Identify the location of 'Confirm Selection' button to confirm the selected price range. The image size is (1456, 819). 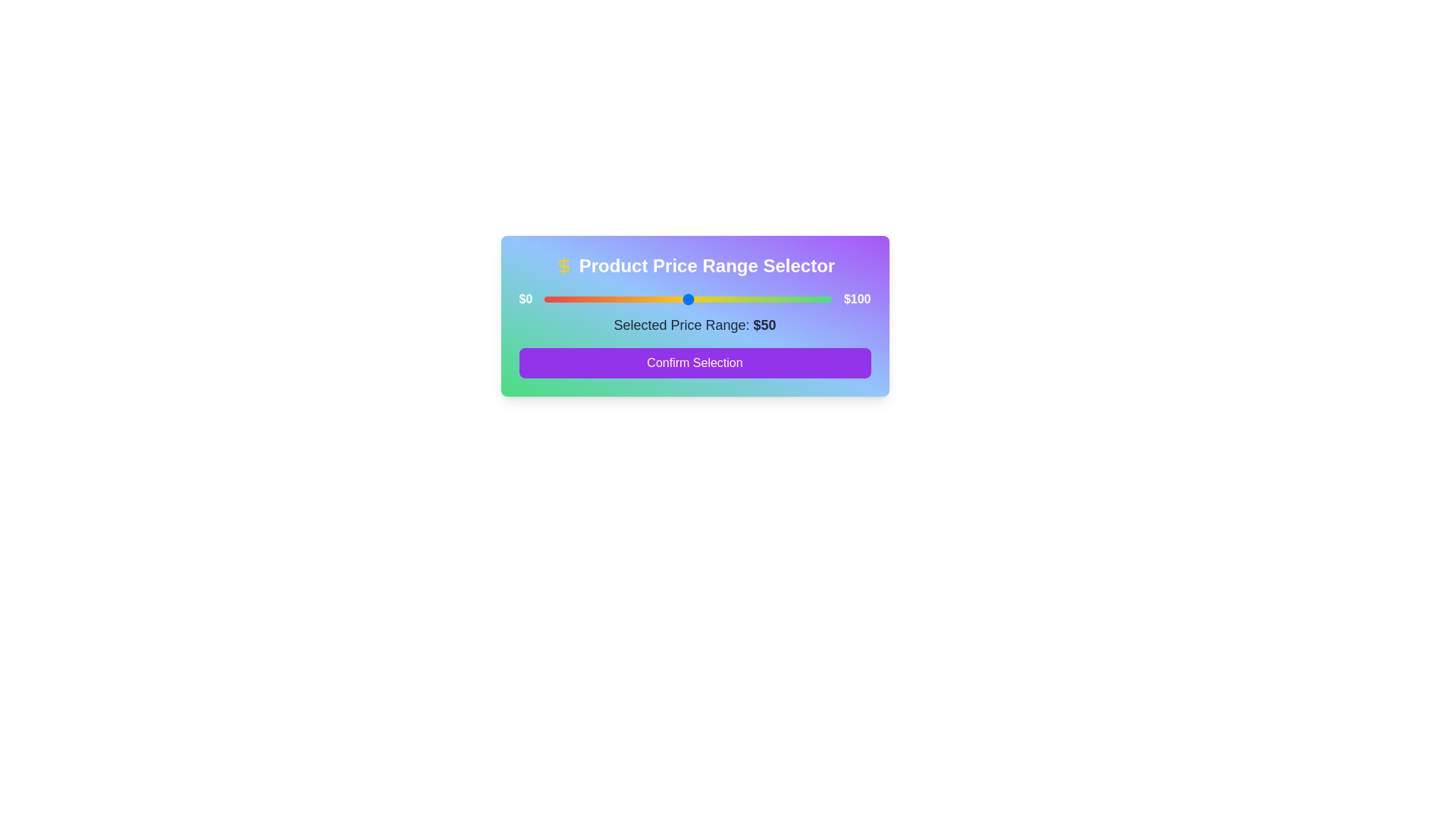
(694, 362).